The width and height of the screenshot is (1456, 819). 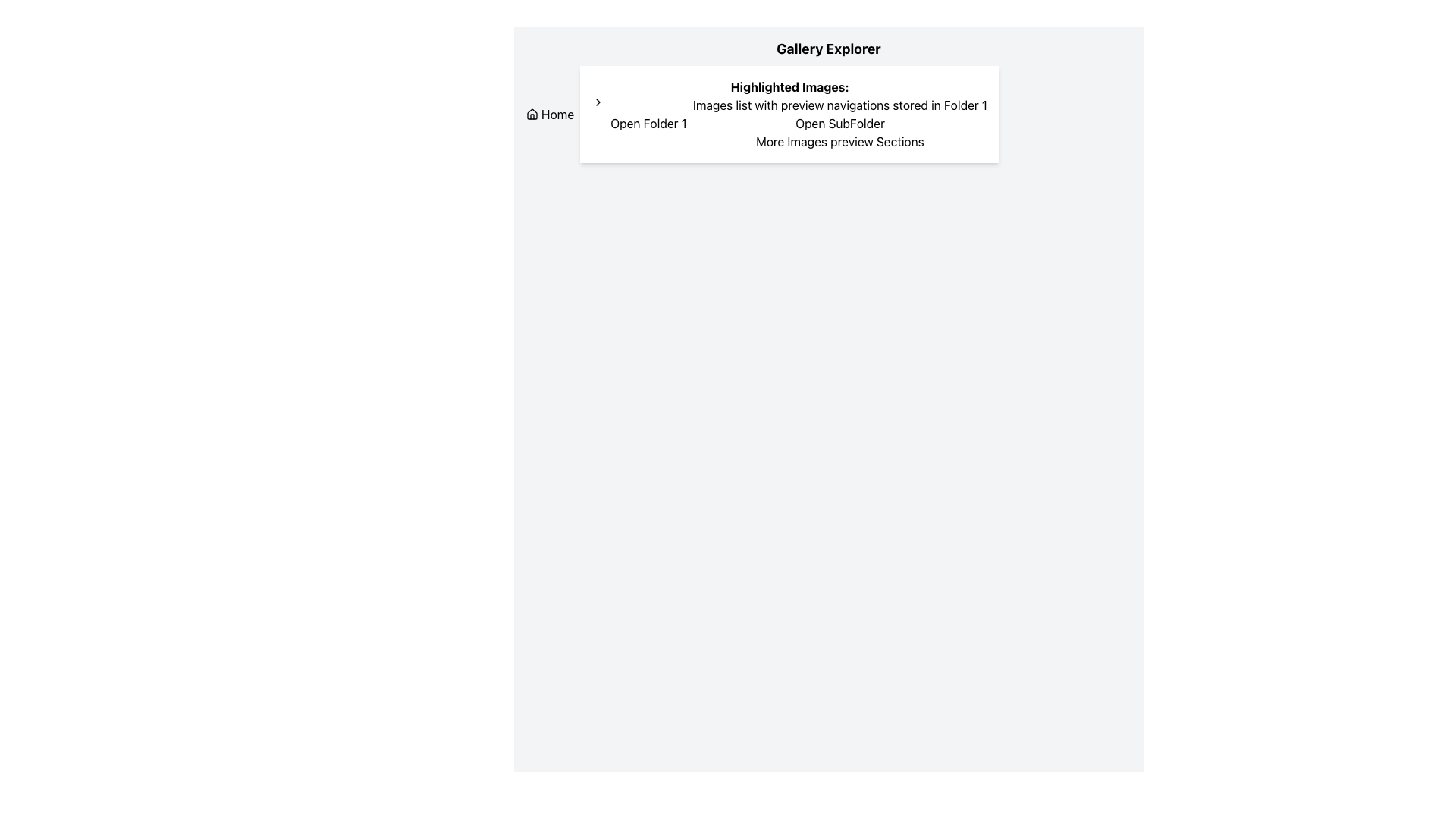 What do you see at coordinates (789, 122) in the screenshot?
I see `the 'Open SubFolder' button located in the 'Highlighted Images:' section to possibly reveal more information` at bounding box center [789, 122].